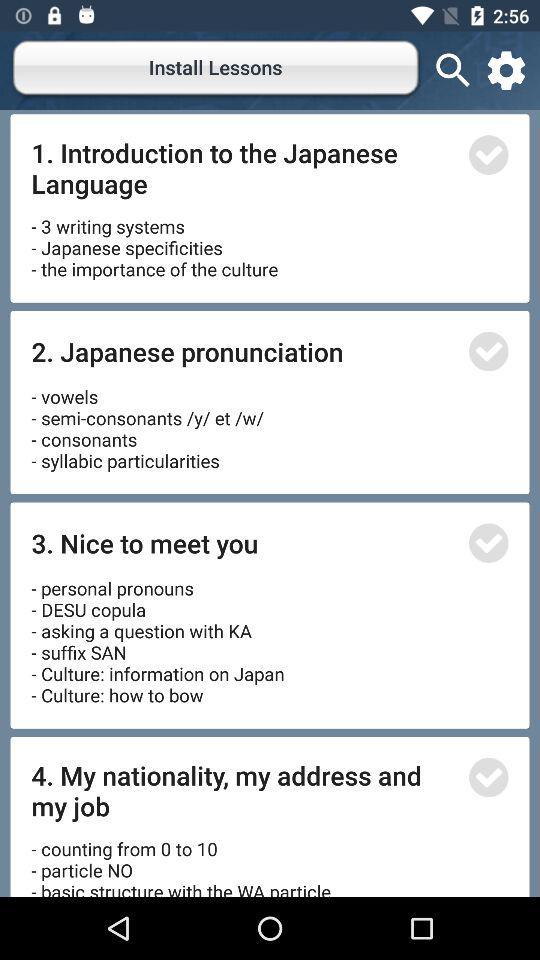 The width and height of the screenshot is (540, 960). What do you see at coordinates (487, 154) in the screenshot?
I see `lesson` at bounding box center [487, 154].